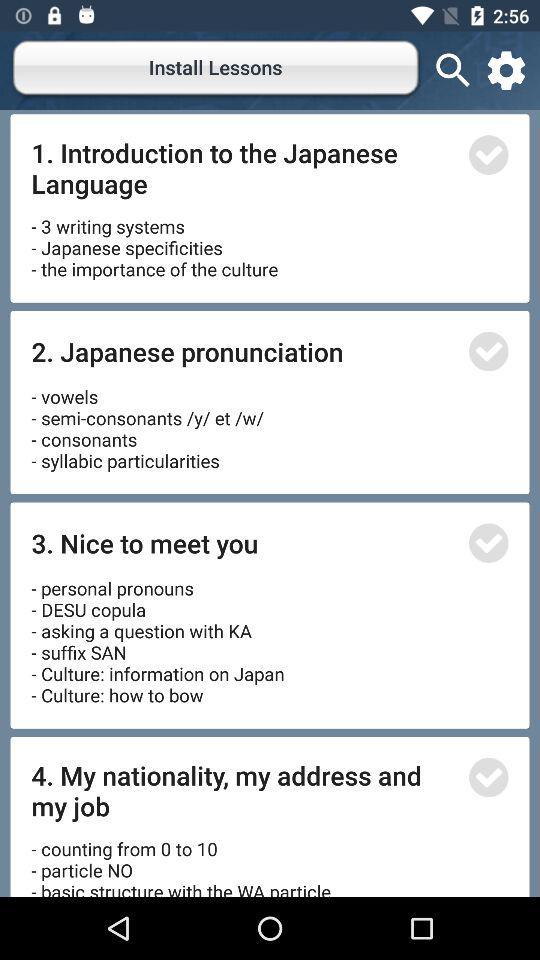 The width and height of the screenshot is (540, 960). What do you see at coordinates (487, 154) in the screenshot?
I see `lesson` at bounding box center [487, 154].